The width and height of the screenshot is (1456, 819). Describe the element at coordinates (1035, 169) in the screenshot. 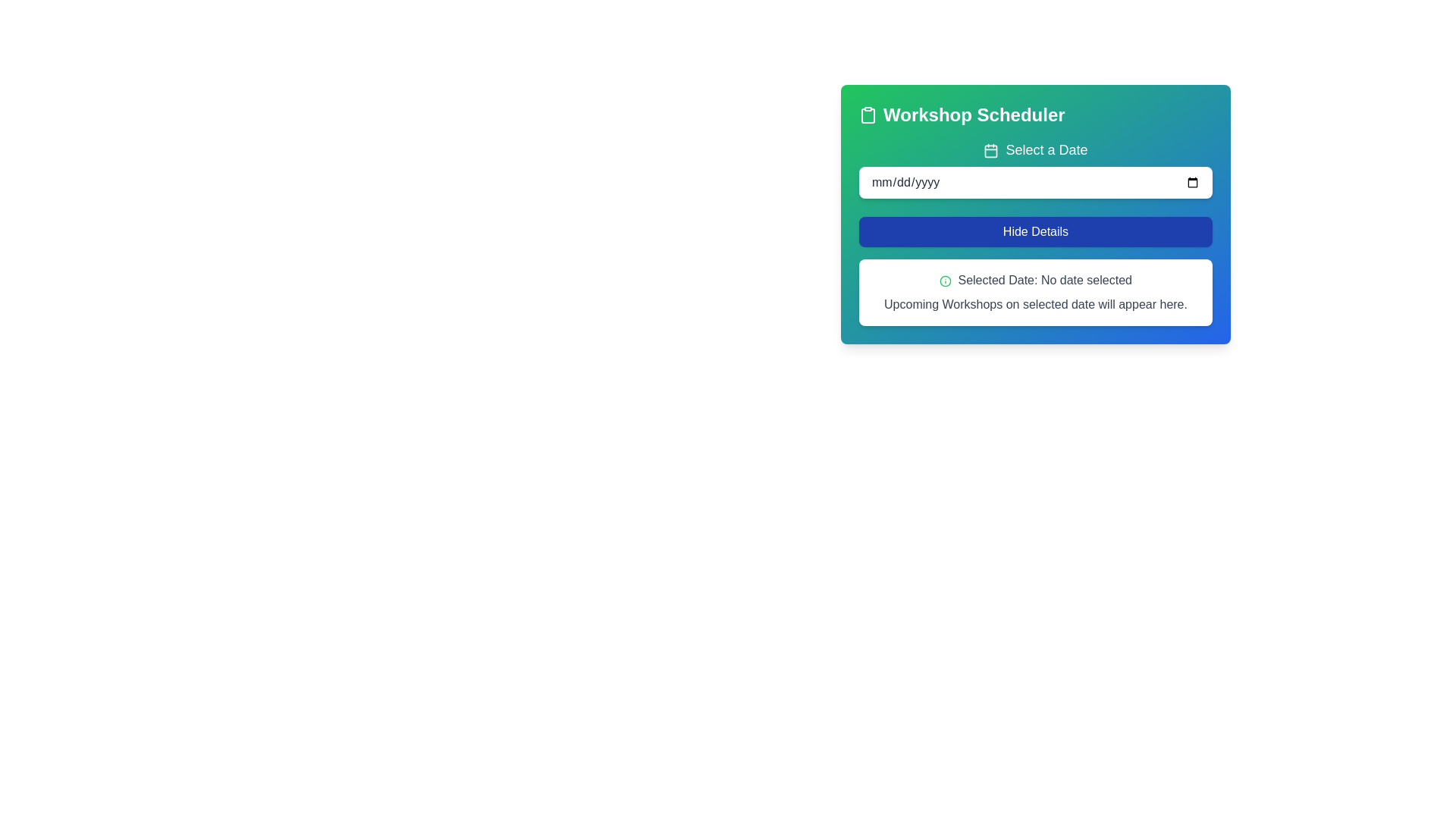

I see `the calendar icon located to the left of the 'Select a Date' label` at that location.